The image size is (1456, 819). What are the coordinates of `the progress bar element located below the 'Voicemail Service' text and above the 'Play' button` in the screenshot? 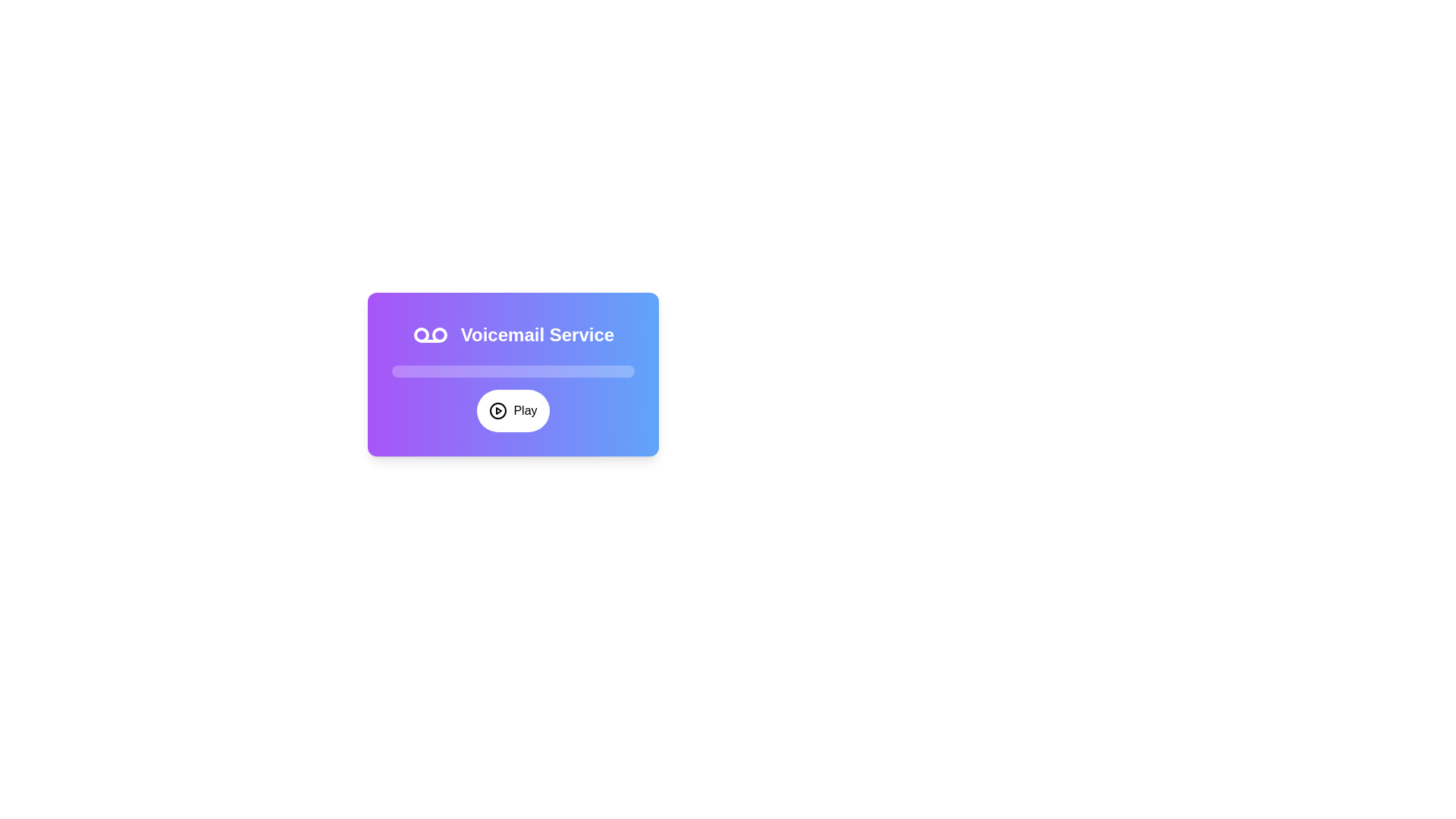 It's located at (513, 371).